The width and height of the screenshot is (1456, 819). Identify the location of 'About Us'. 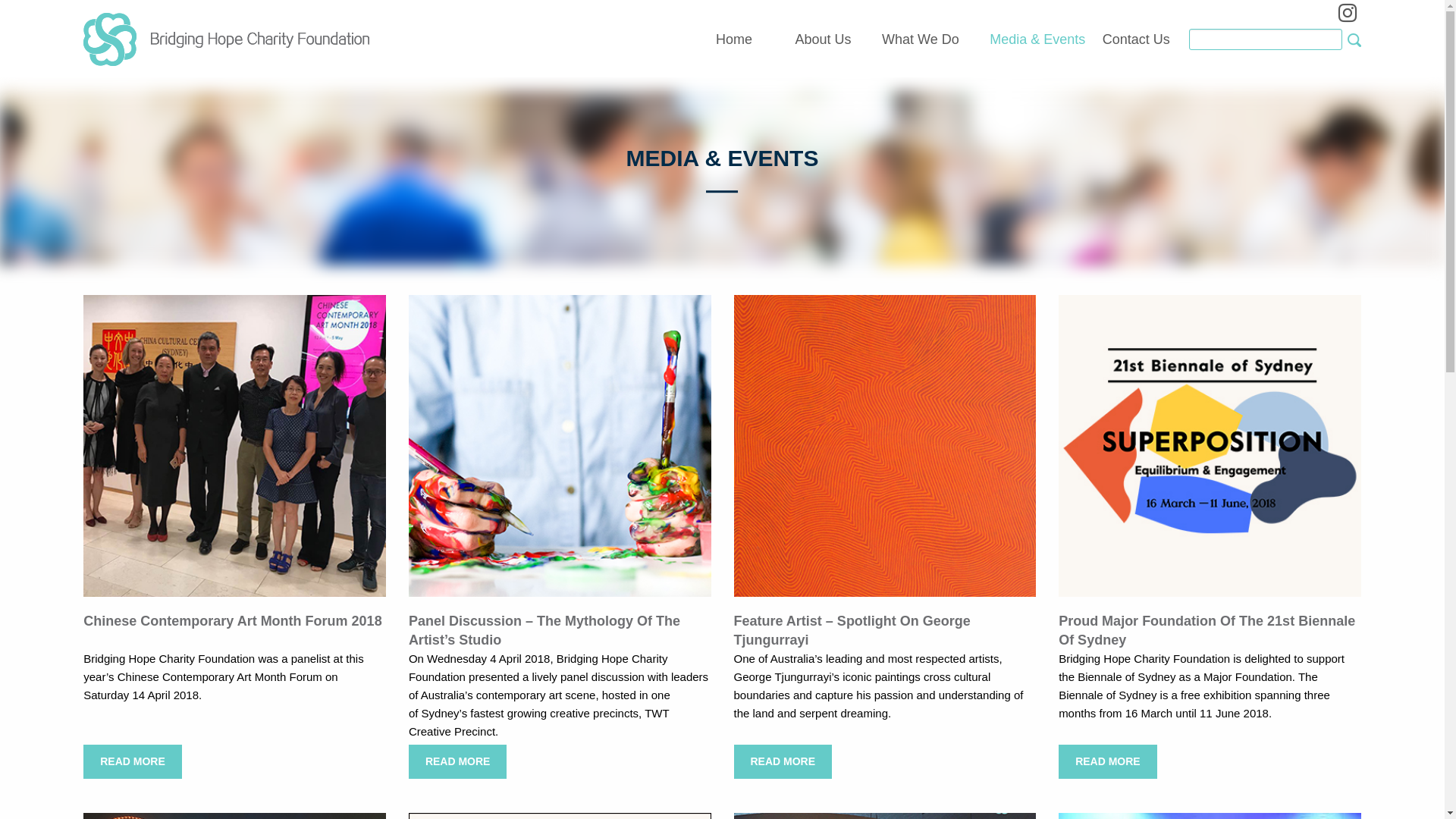
(822, 39).